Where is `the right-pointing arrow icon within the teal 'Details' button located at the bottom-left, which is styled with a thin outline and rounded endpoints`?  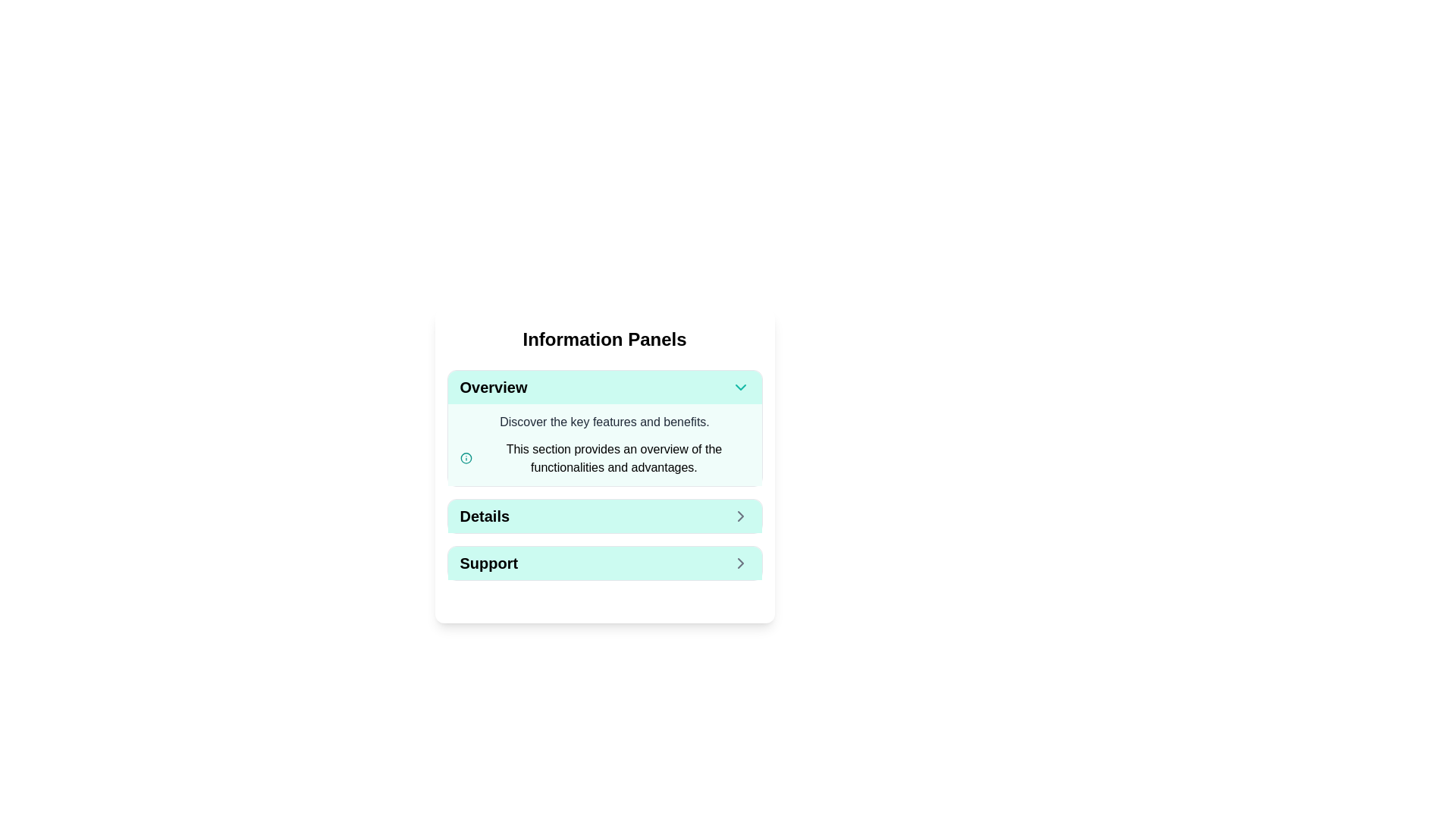 the right-pointing arrow icon within the teal 'Details' button located at the bottom-left, which is styled with a thin outline and rounded endpoints is located at coordinates (740, 516).